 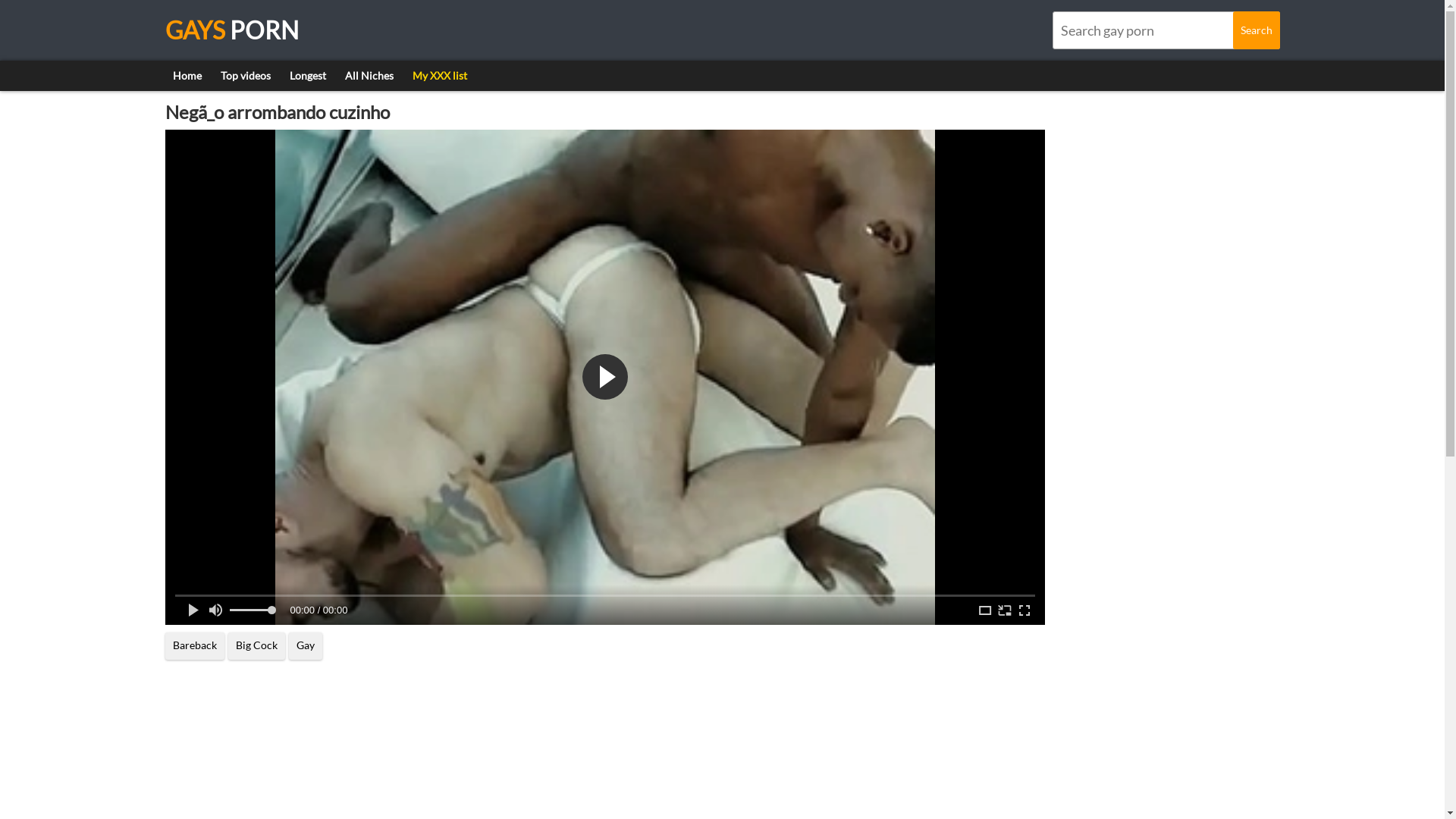 What do you see at coordinates (439, 76) in the screenshot?
I see `'My XXX list'` at bounding box center [439, 76].